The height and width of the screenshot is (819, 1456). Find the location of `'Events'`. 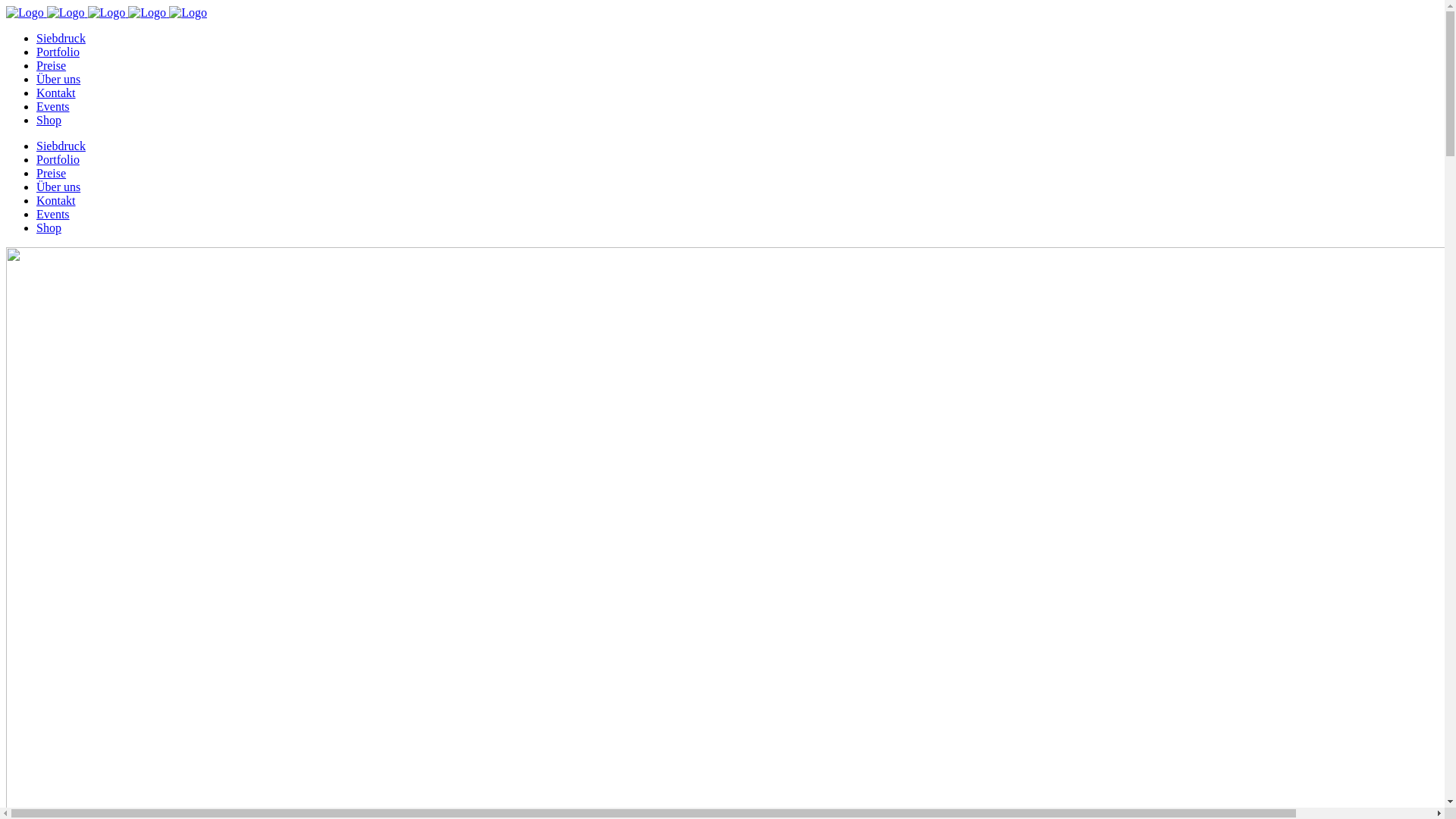

'Events' is located at coordinates (53, 214).